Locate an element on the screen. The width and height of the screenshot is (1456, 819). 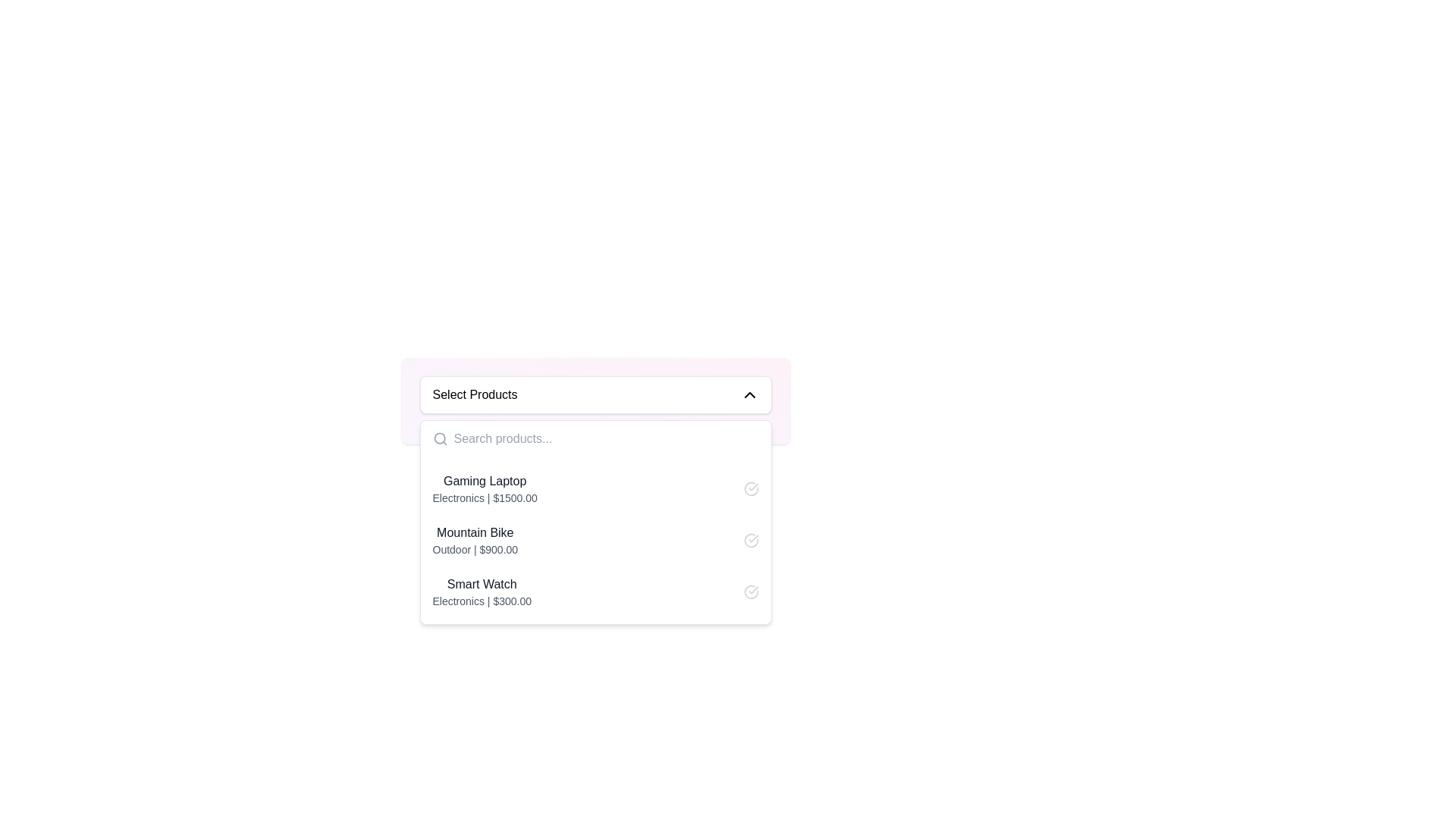
the list item displaying 'Mountain Bike' with pricing information is located at coordinates (474, 540).